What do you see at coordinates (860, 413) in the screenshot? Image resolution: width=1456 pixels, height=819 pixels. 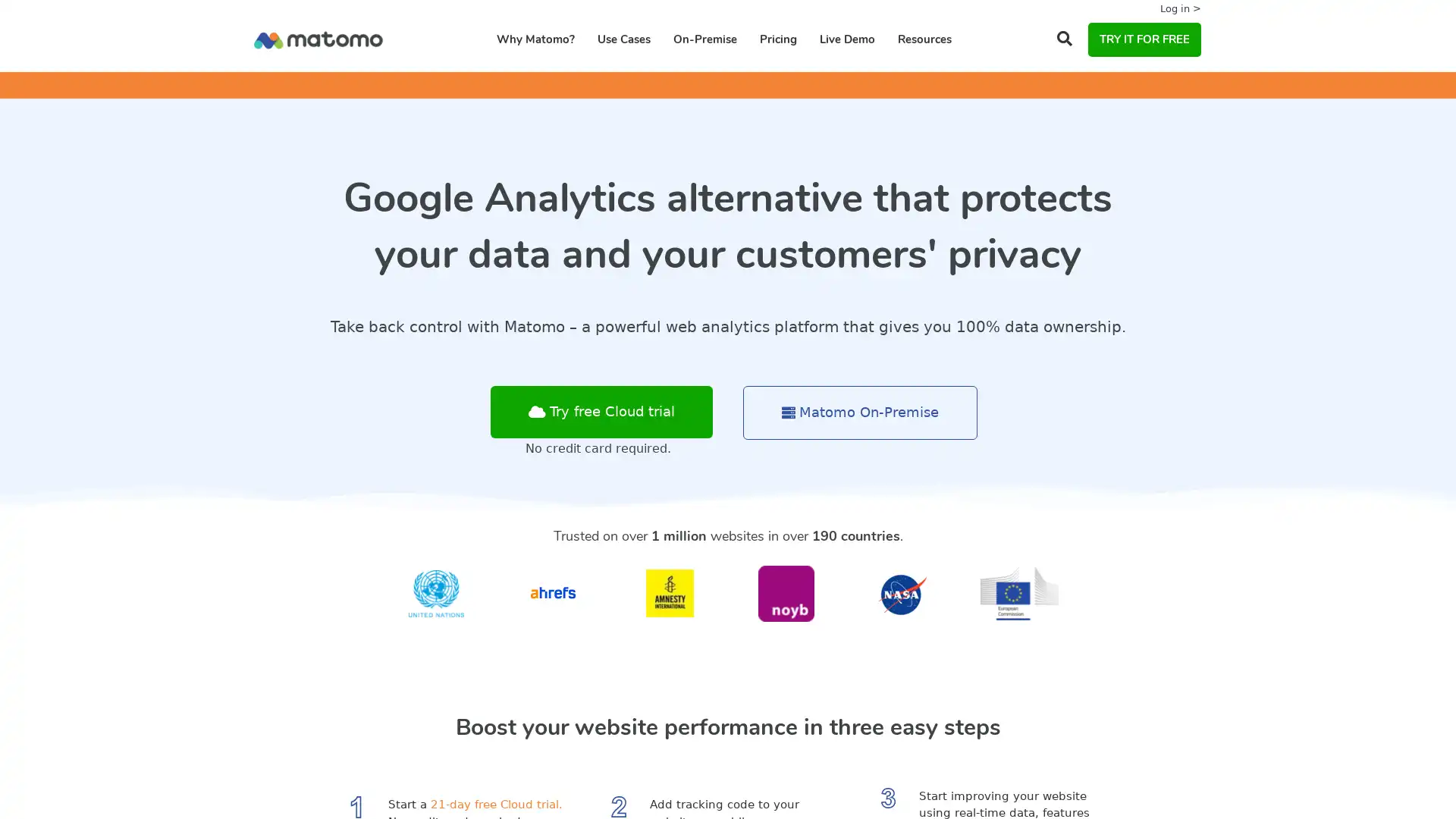 I see `Matomo On-Premise` at bounding box center [860, 413].